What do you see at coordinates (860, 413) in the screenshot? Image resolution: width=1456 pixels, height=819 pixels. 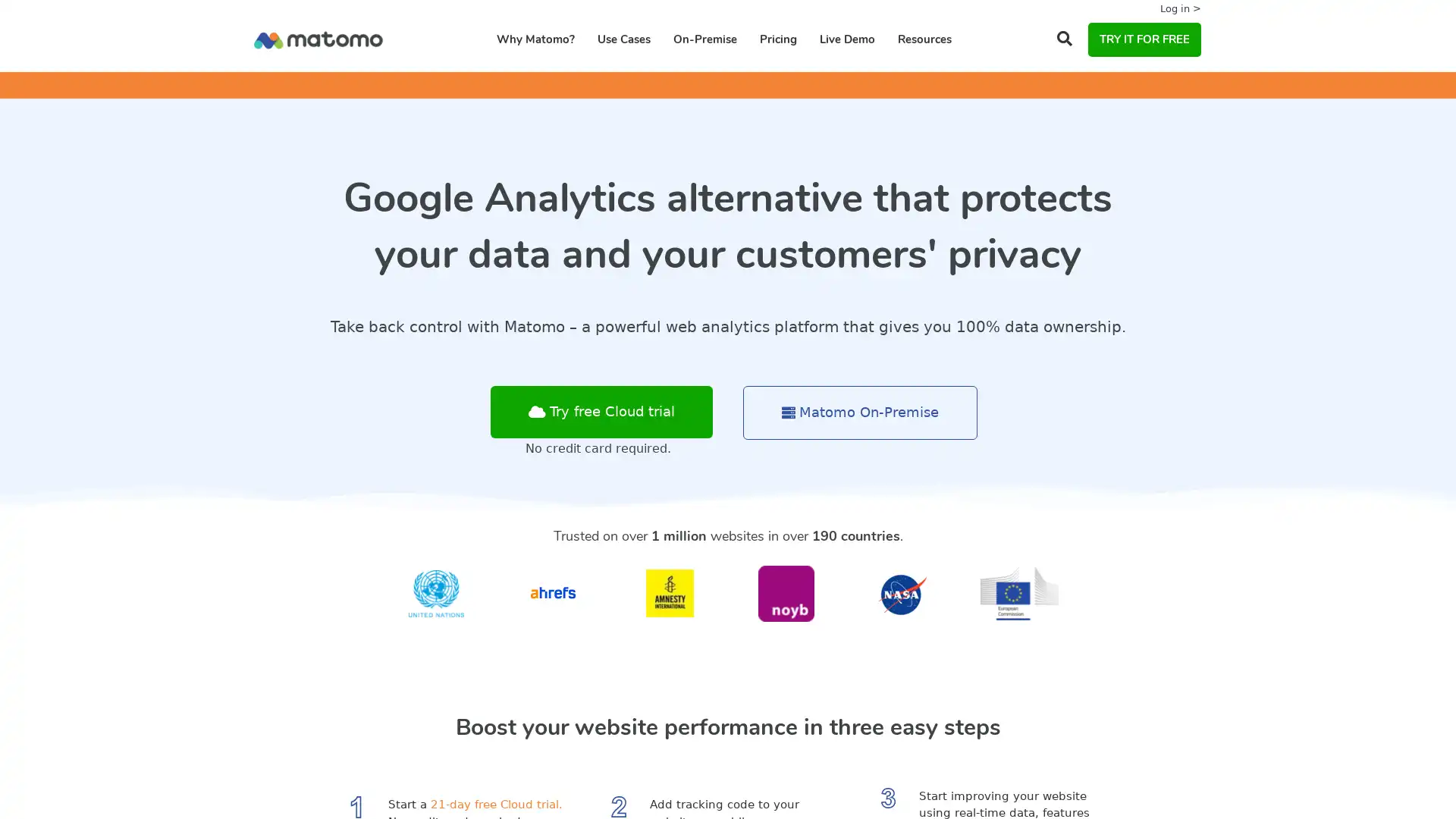 I see `Matomo On-Premise` at bounding box center [860, 413].